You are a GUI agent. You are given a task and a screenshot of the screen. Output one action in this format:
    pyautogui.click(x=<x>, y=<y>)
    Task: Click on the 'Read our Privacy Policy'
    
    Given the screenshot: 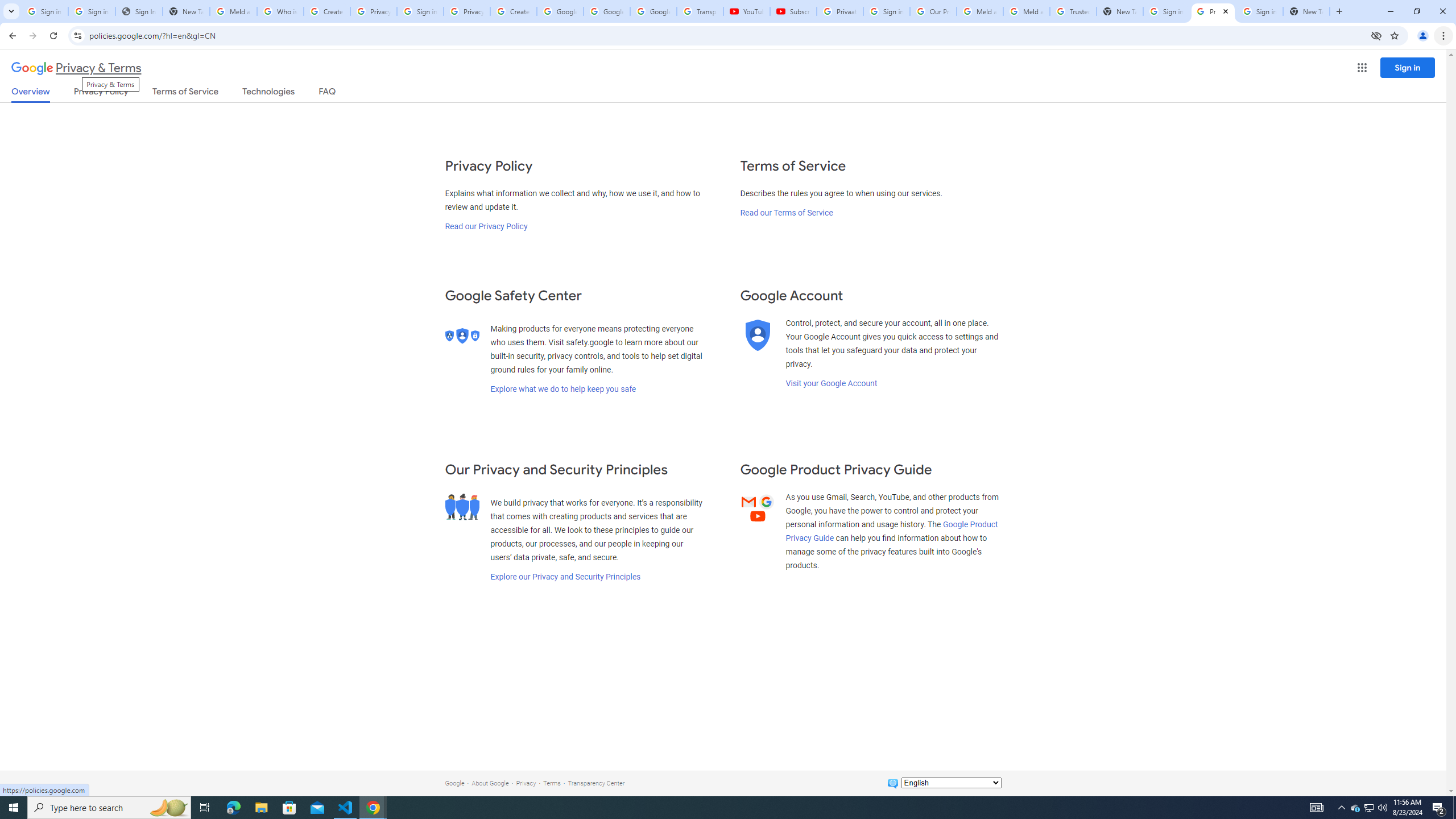 What is the action you would take?
    pyautogui.click(x=485, y=226)
    